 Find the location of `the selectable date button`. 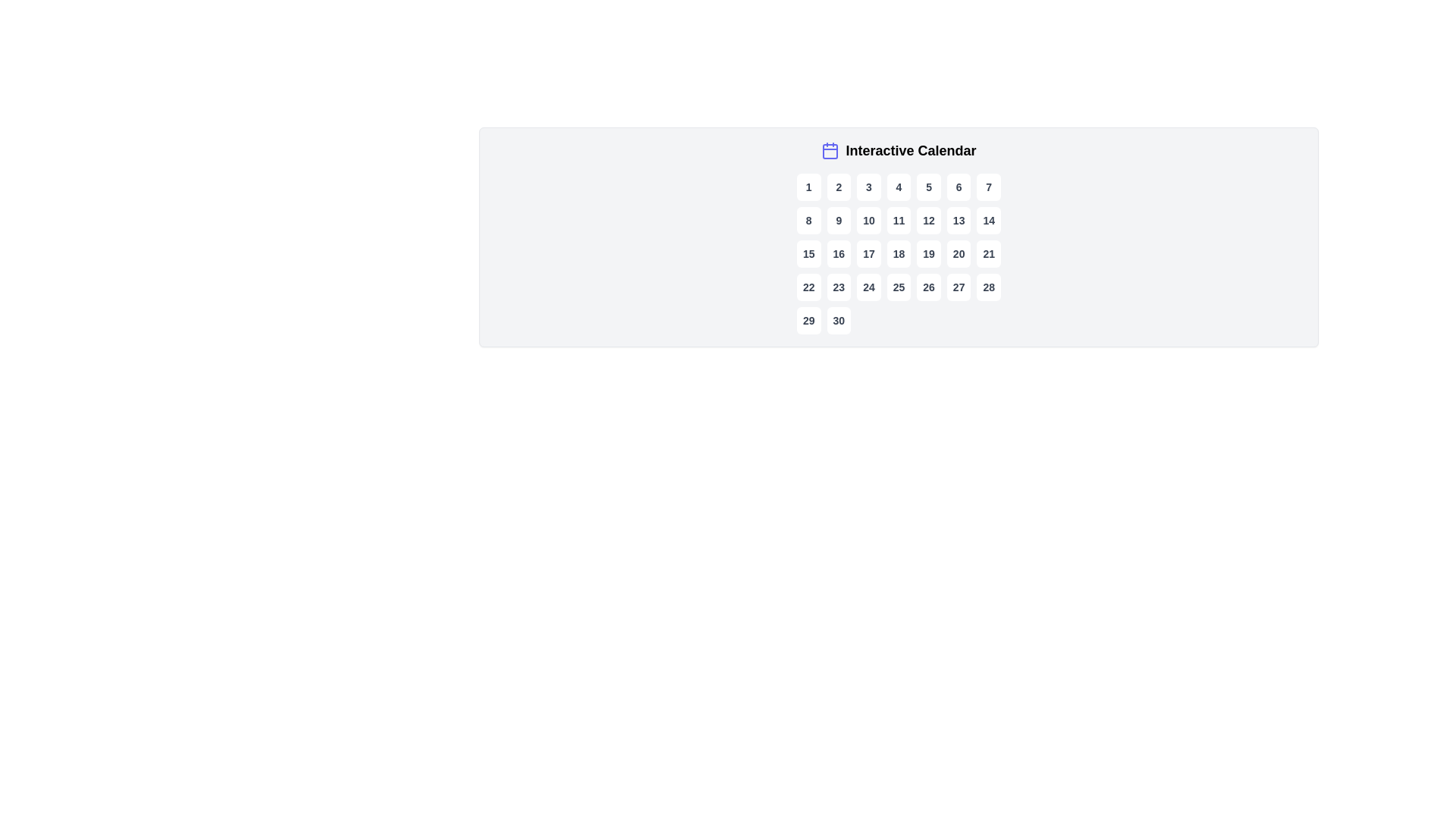

the selectable date button is located at coordinates (868, 287).